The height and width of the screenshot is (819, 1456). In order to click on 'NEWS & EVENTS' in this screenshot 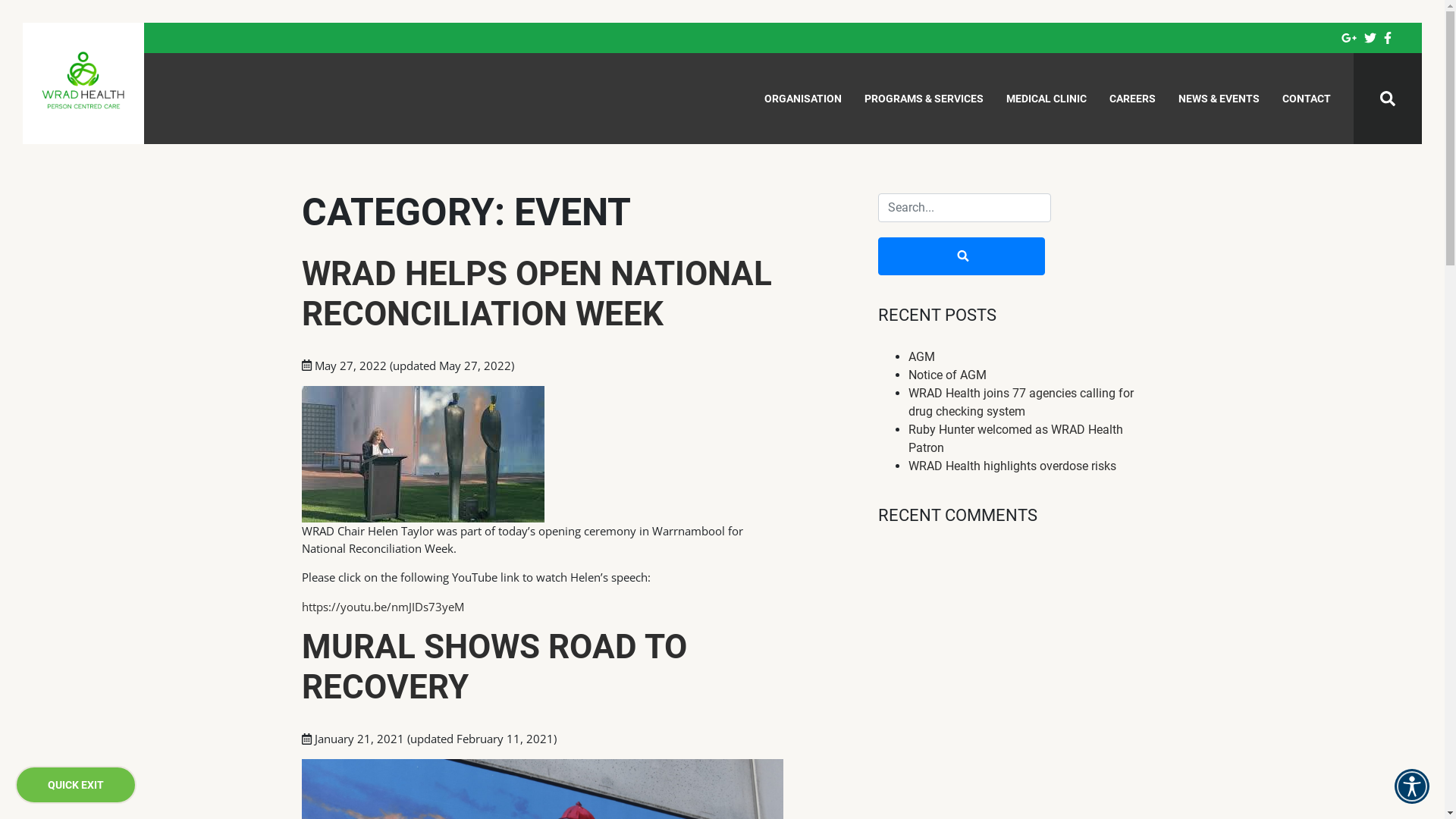, I will do `click(1166, 99)`.